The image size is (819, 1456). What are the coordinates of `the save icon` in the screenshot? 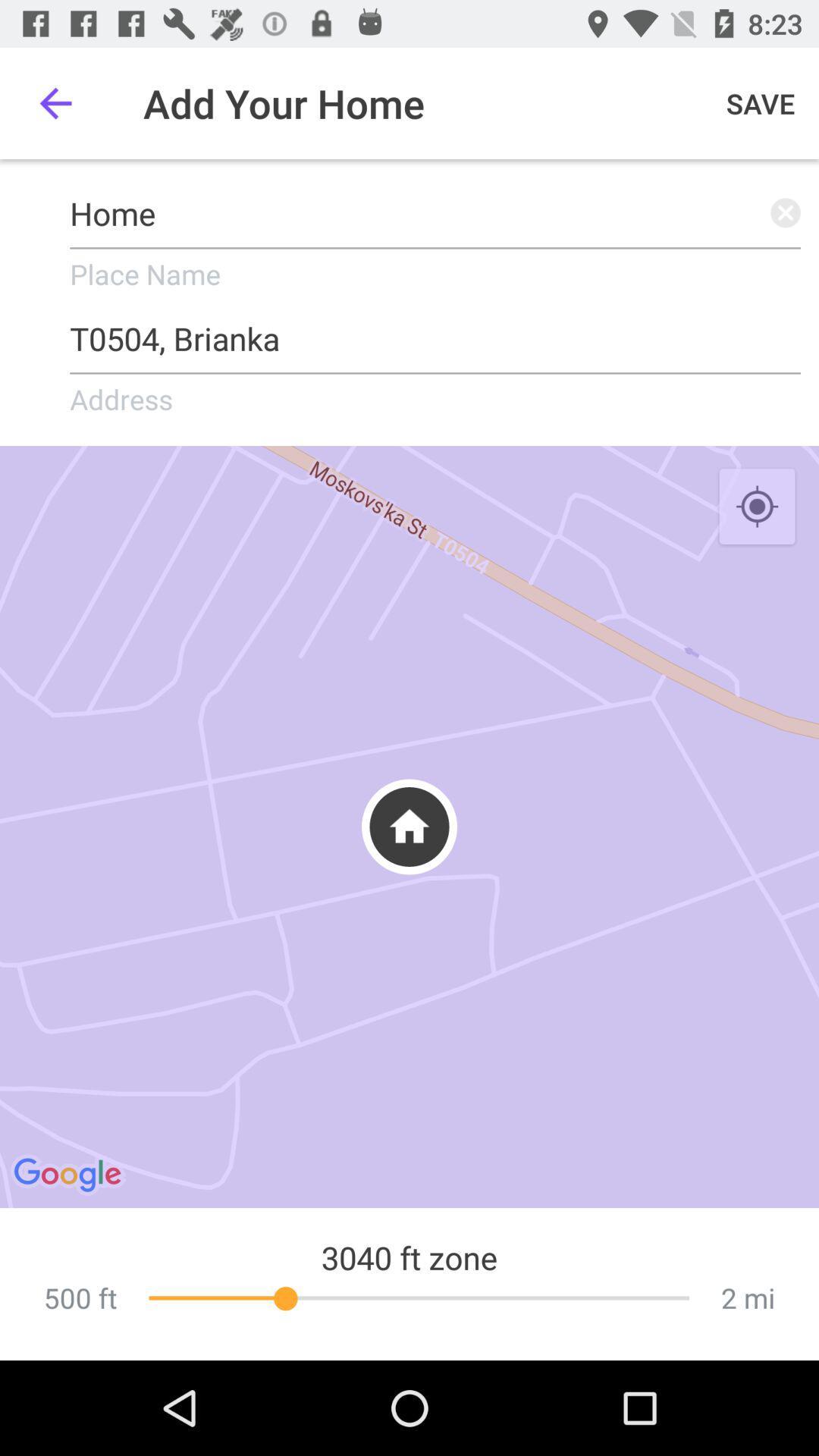 It's located at (761, 102).